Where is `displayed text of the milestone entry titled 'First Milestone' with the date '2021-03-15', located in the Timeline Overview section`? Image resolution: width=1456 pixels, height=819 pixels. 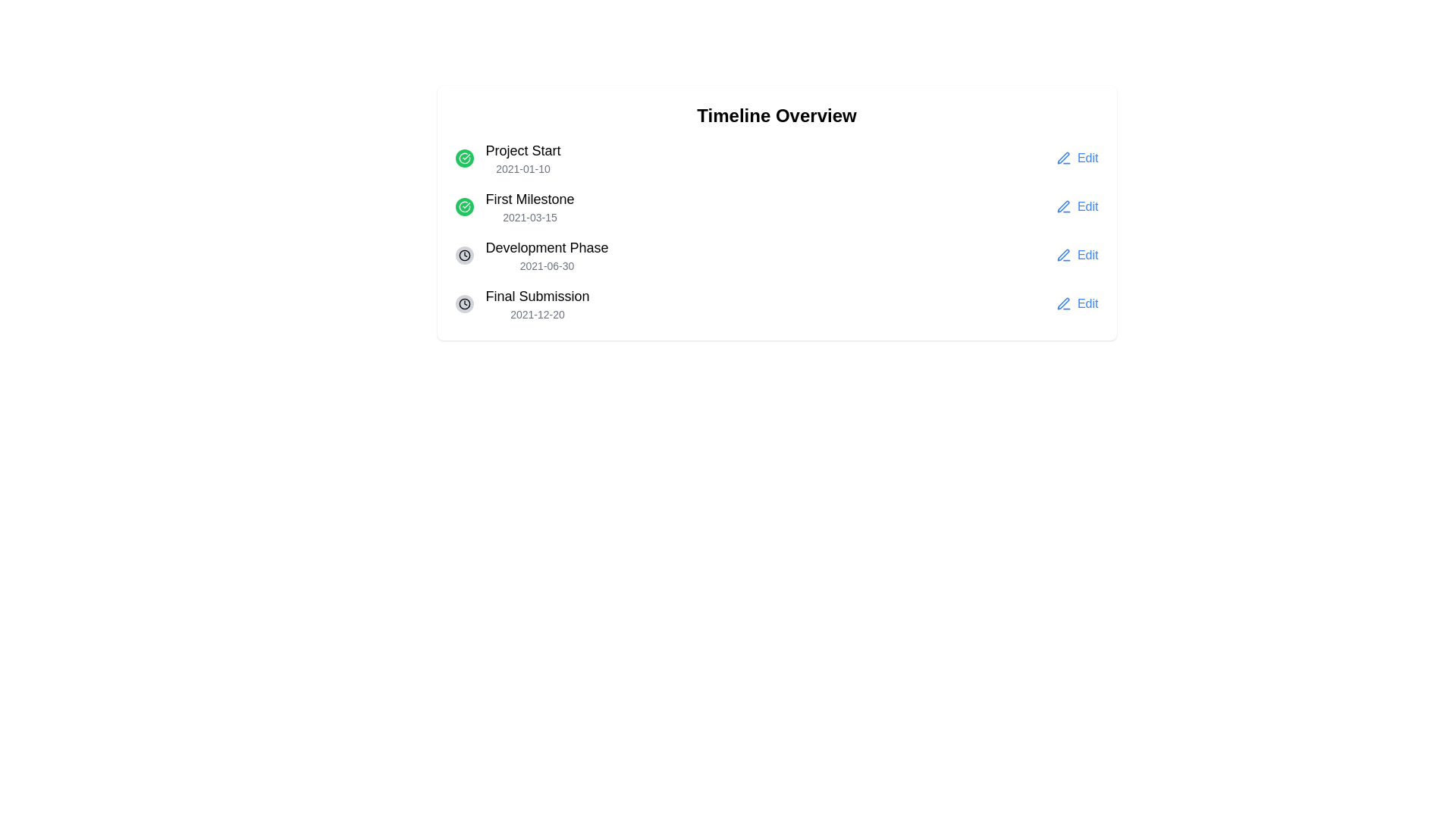
displayed text of the milestone entry titled 'First Milestone' with the date '2021-03-15', located in the Timeline Overview section is located at coordinates (530, 207).